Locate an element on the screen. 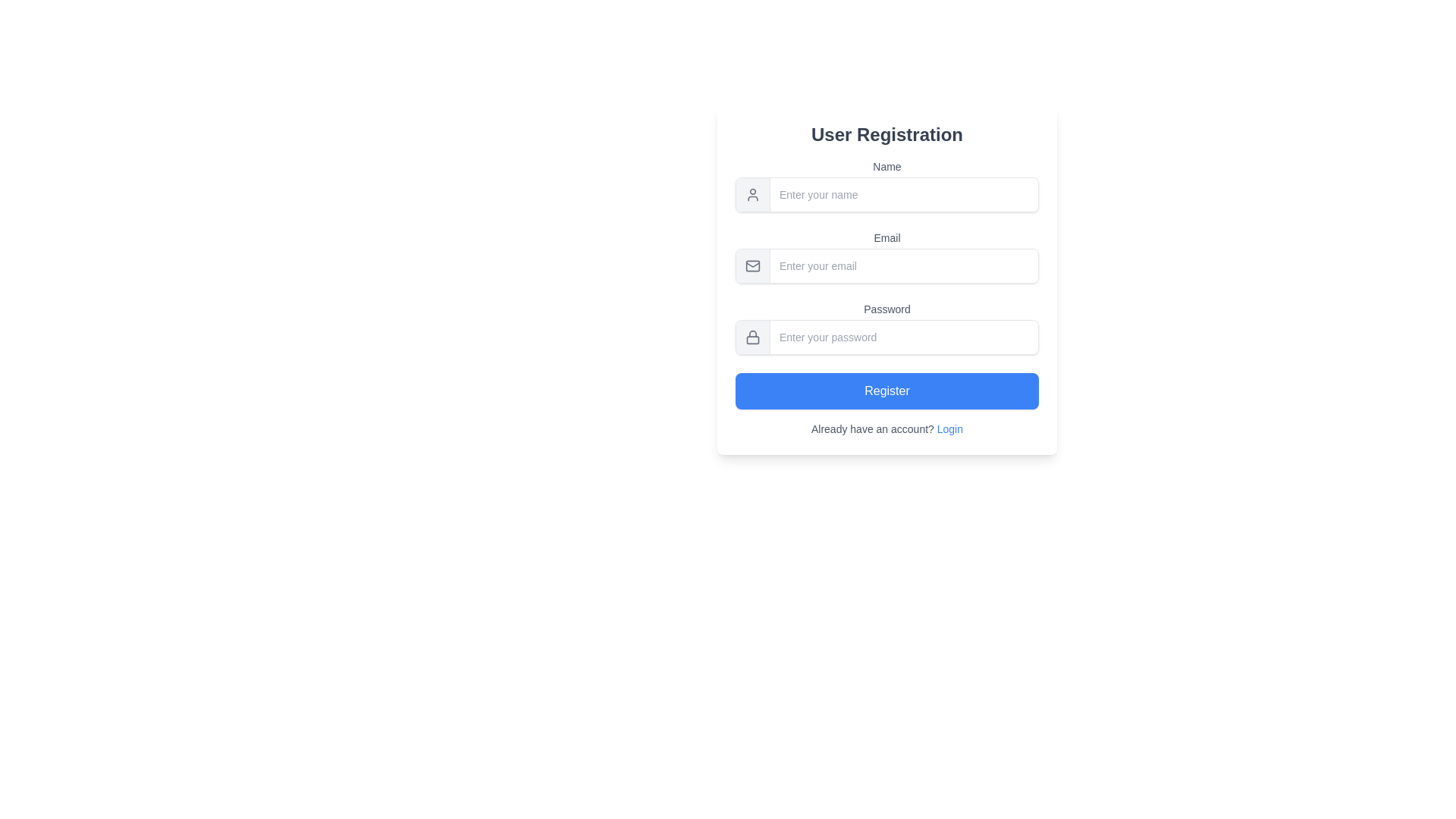 This screenshot has height=819, width=1456. on the email input field, which is a rectangular box labeled 'Email' located below the 'Name' input field is located at coordinates (887, 280).